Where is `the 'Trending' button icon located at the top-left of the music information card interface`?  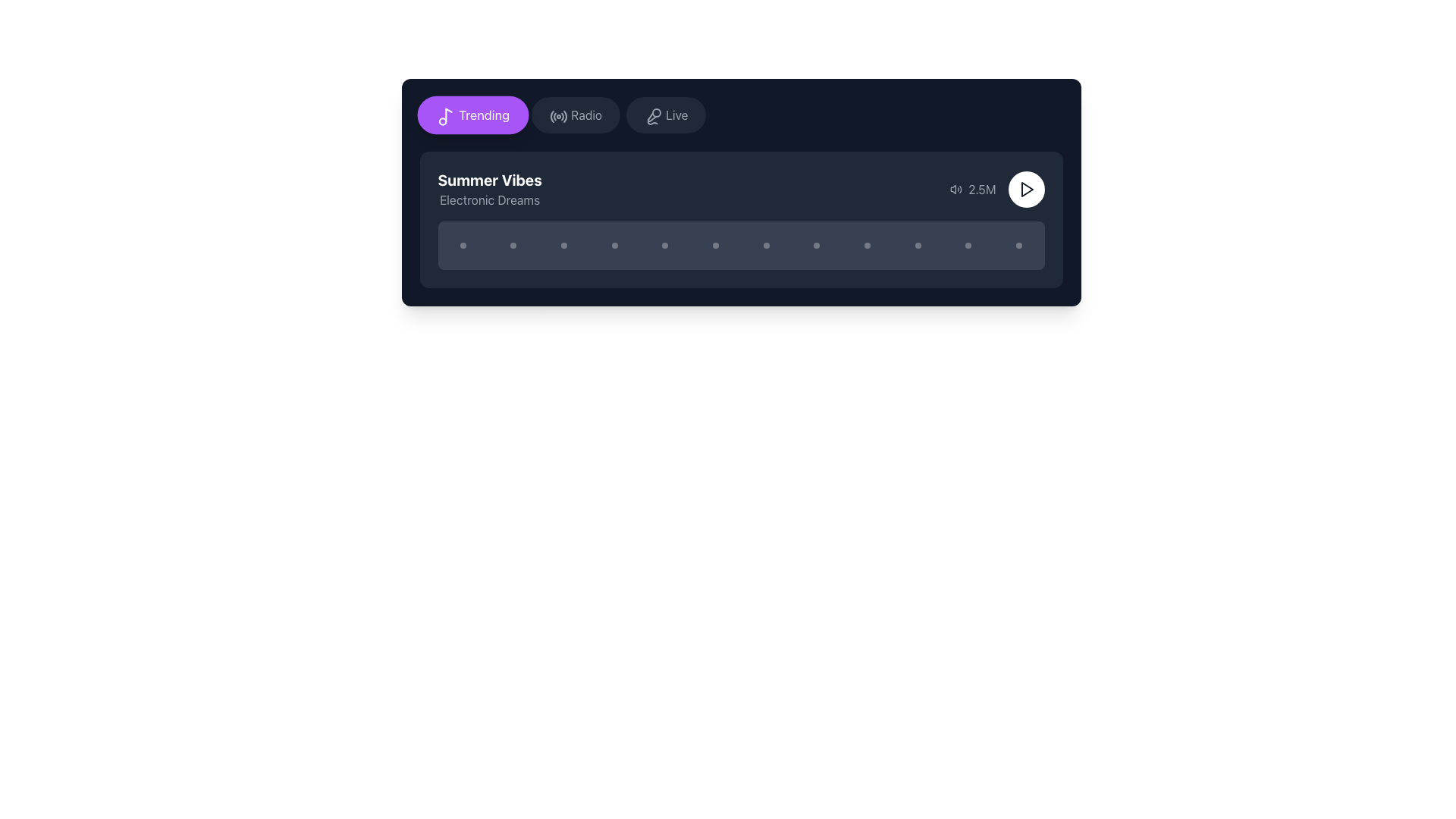 the 'Trending' button icon located at the top-left of the music information card interface is located at coordinates (444, 116).